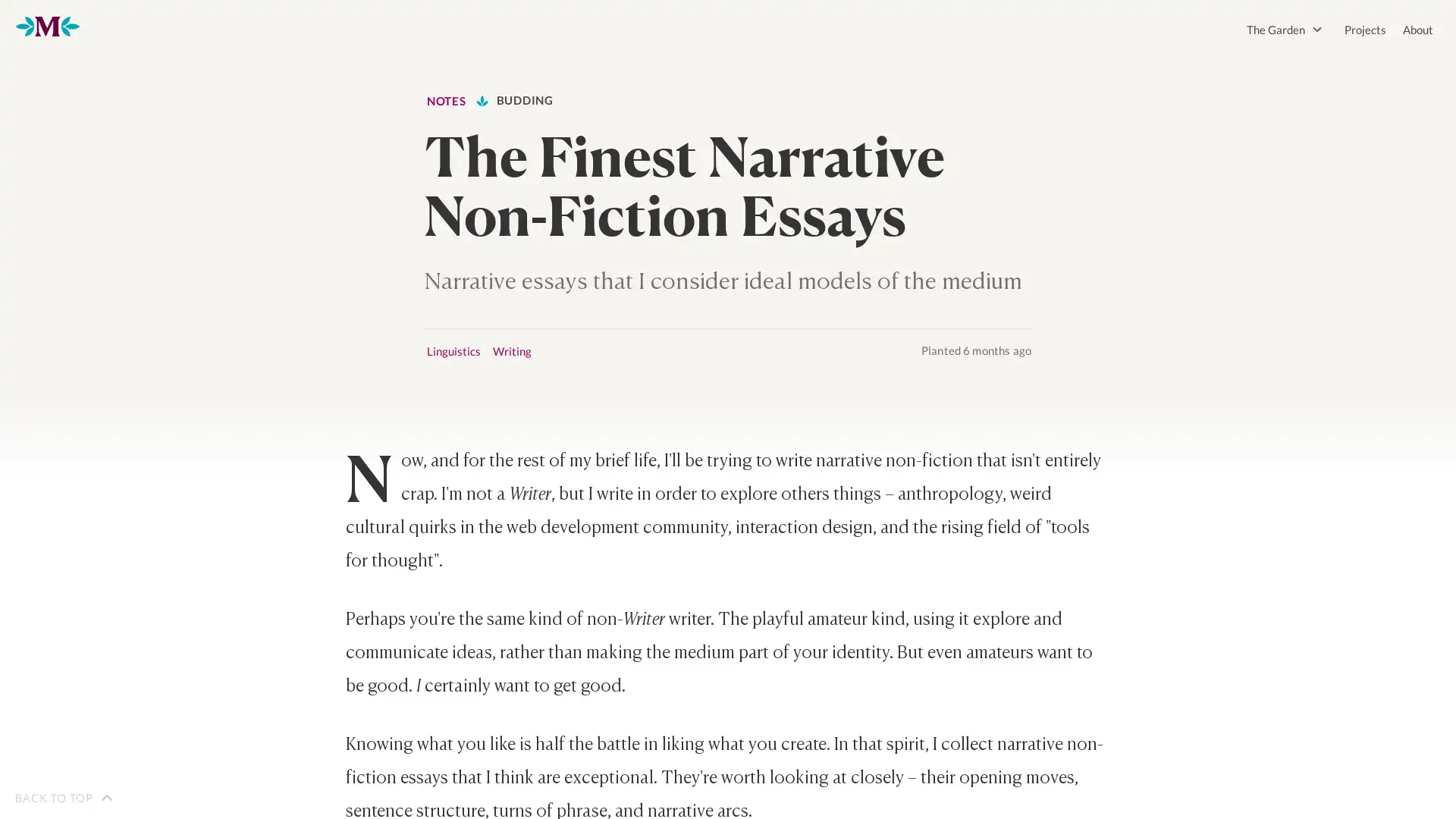  Describe the element at coordinates (62, 797) in the screenshot. I see `BACK TO TOP` at that location.